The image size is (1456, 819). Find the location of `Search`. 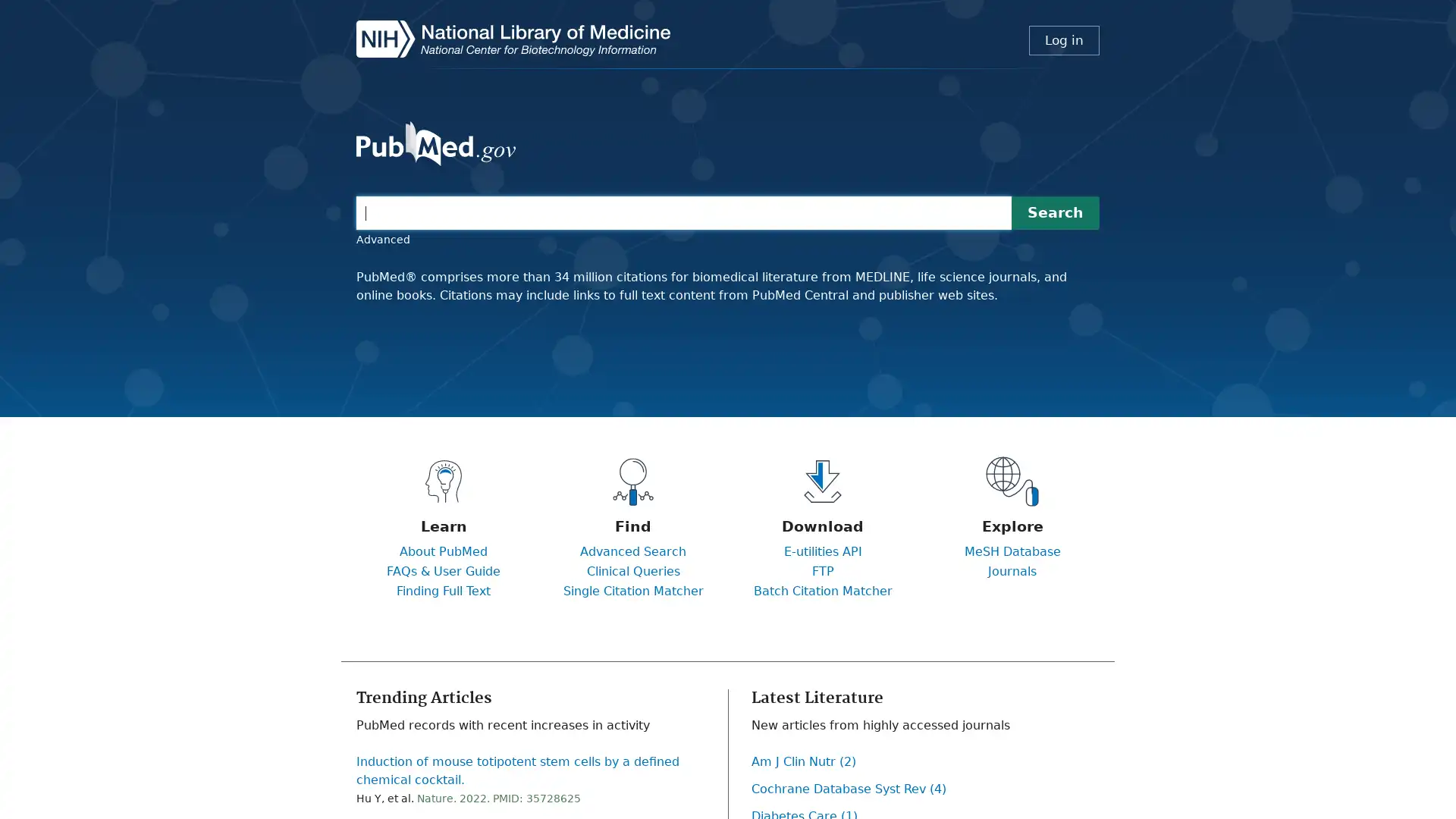

Search is located at coordinates (1055, 213).